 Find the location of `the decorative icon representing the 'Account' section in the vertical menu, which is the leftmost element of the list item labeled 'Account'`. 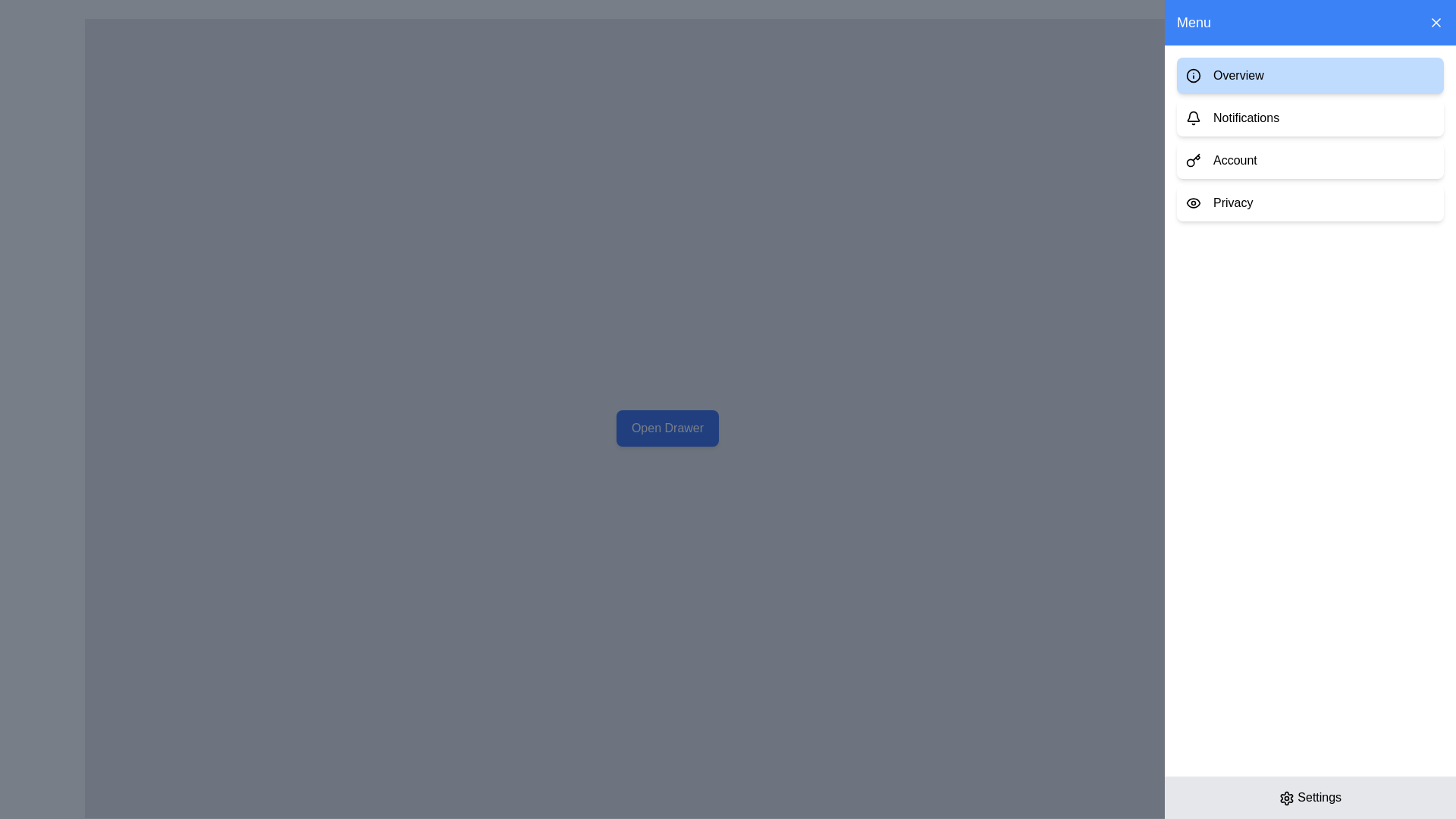

the decorative icon representing the 'Account' section in the vertical menu, which is the leftmost element of the list item labeled 'Account' is located at coordinates (1193, 161).